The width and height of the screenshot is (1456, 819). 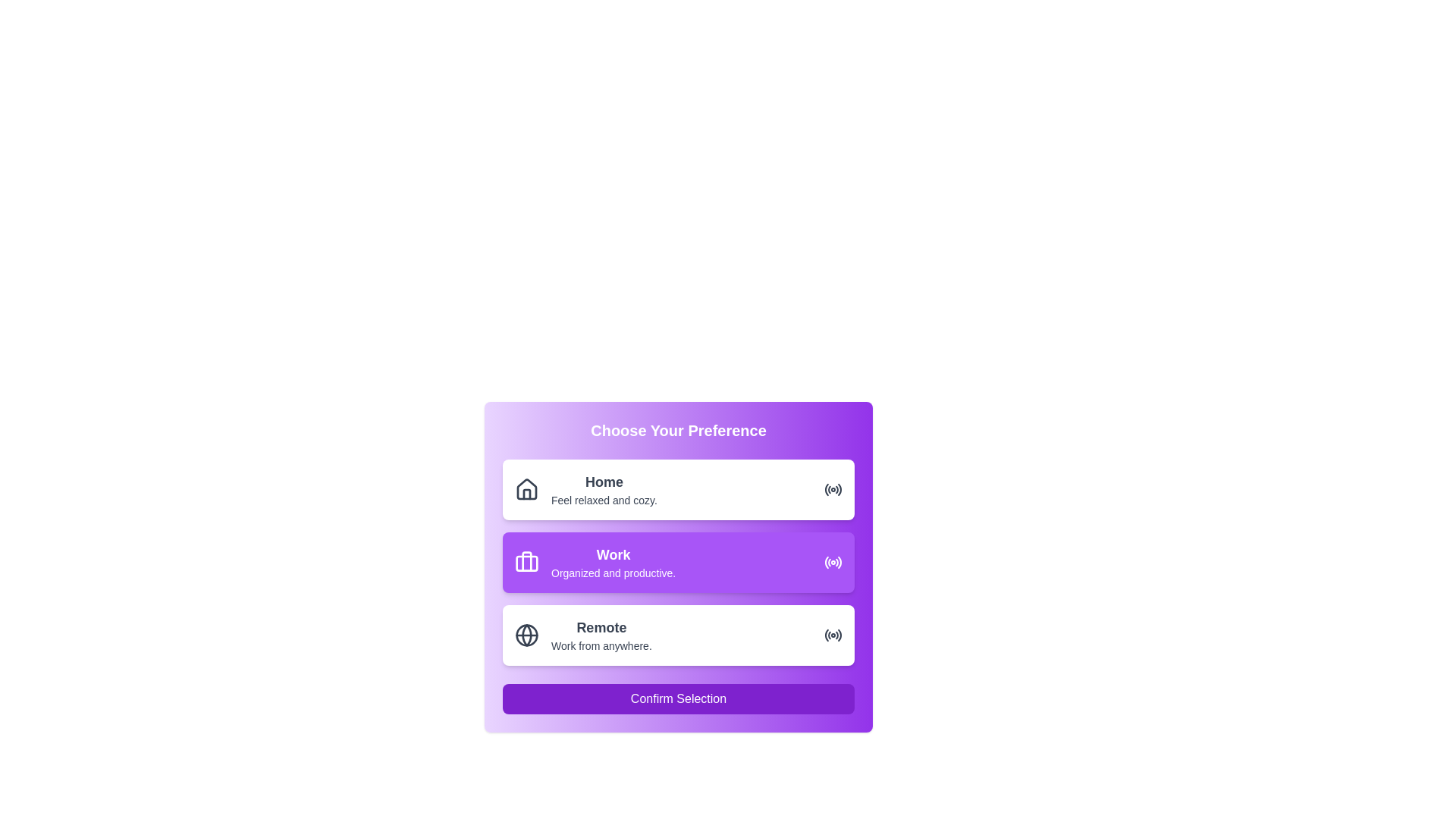 I want to click on the black house-shaped icon located at the left side of the 'Home' selection box, which is styled with thin black lines and is the first element aligned horizontally before the text 'Home', so click(x=527, y=489).